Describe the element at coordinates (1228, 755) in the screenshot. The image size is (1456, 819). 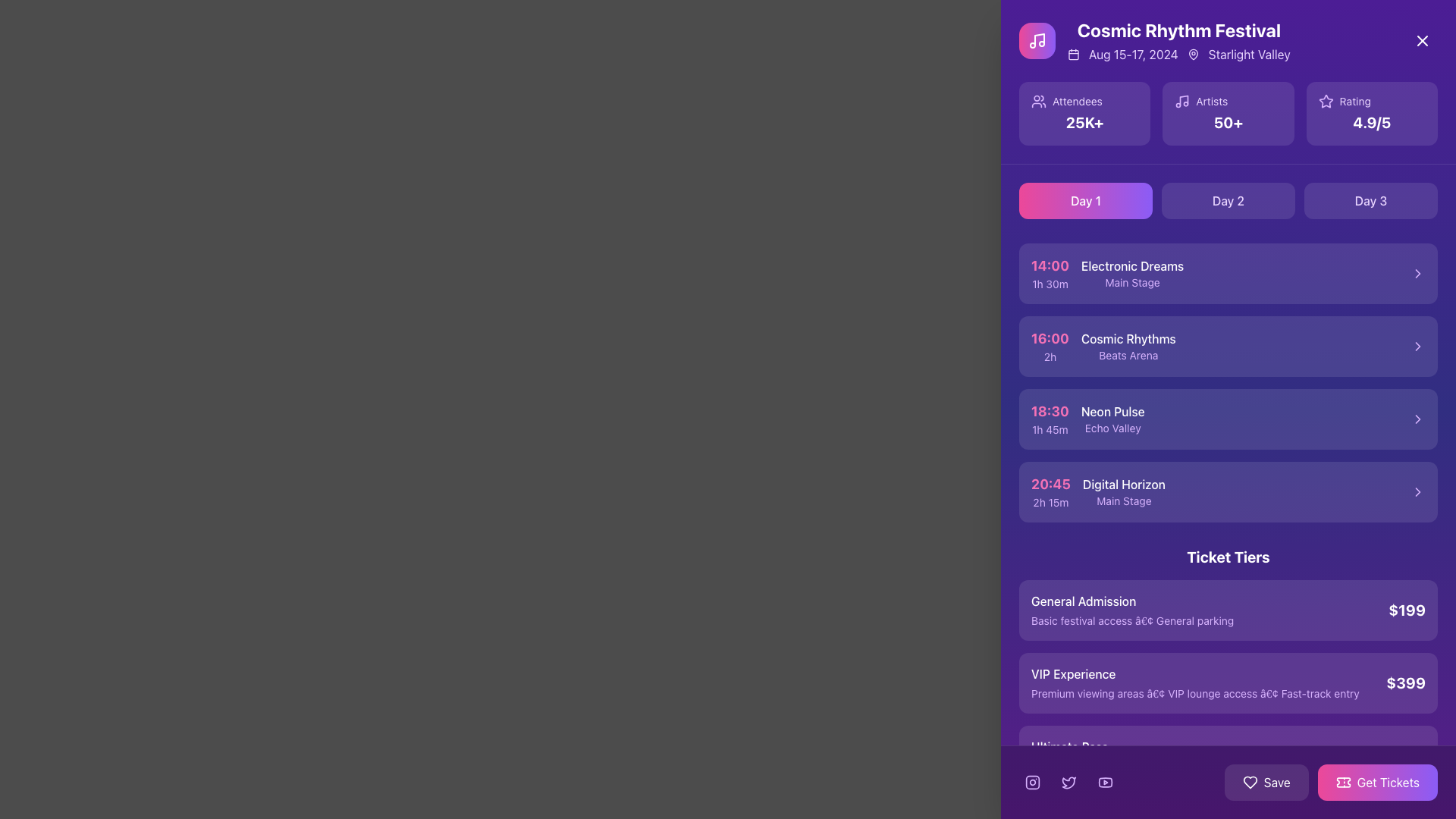
I see `the 'Ultimate Pass' card, the third card in the 'Ticket Tiers' section, for keyboard navigation` at that location.